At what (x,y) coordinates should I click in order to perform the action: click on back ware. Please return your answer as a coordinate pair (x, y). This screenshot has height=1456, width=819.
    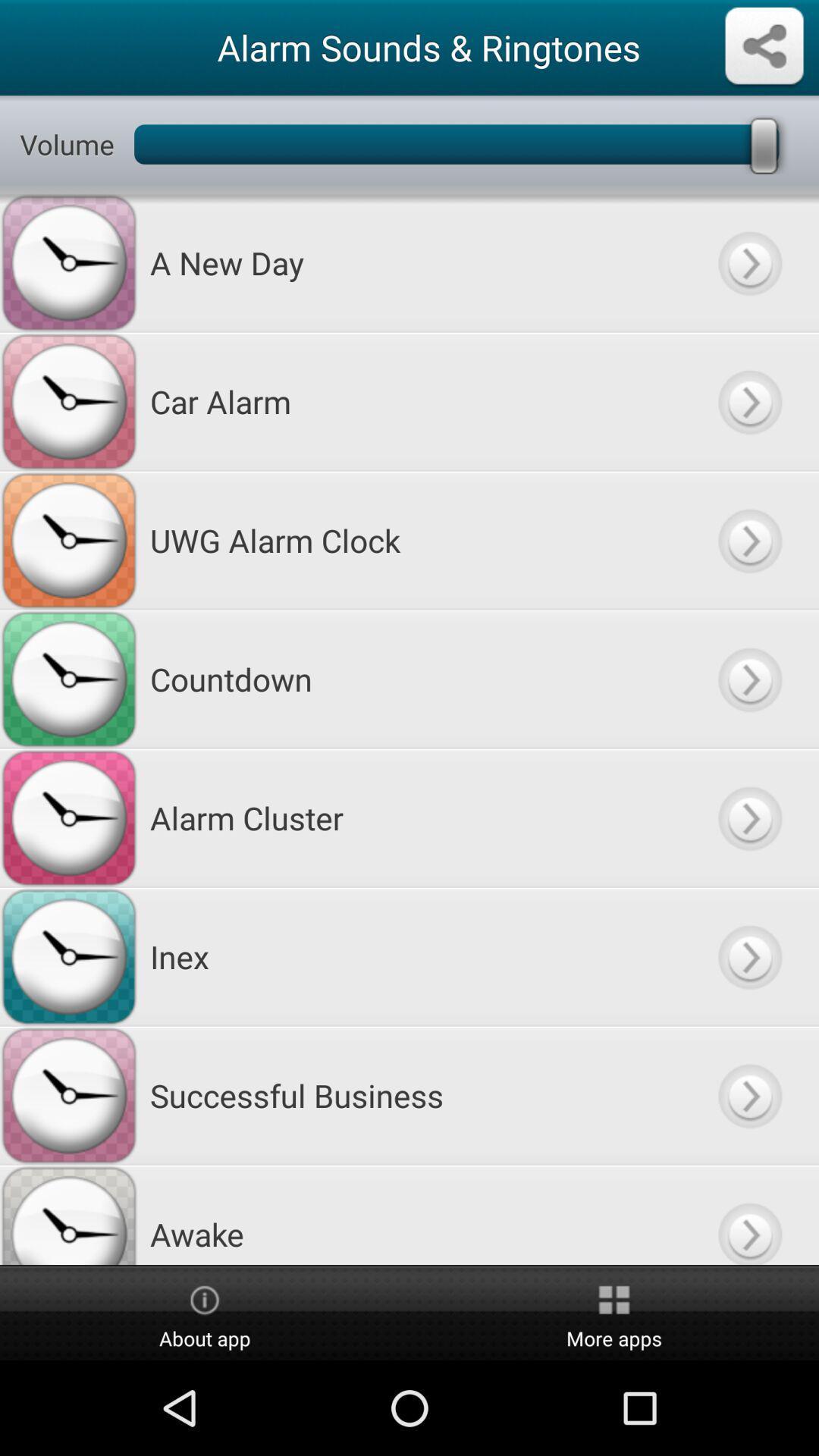
    Looking at the image, I should click on (748, 262).